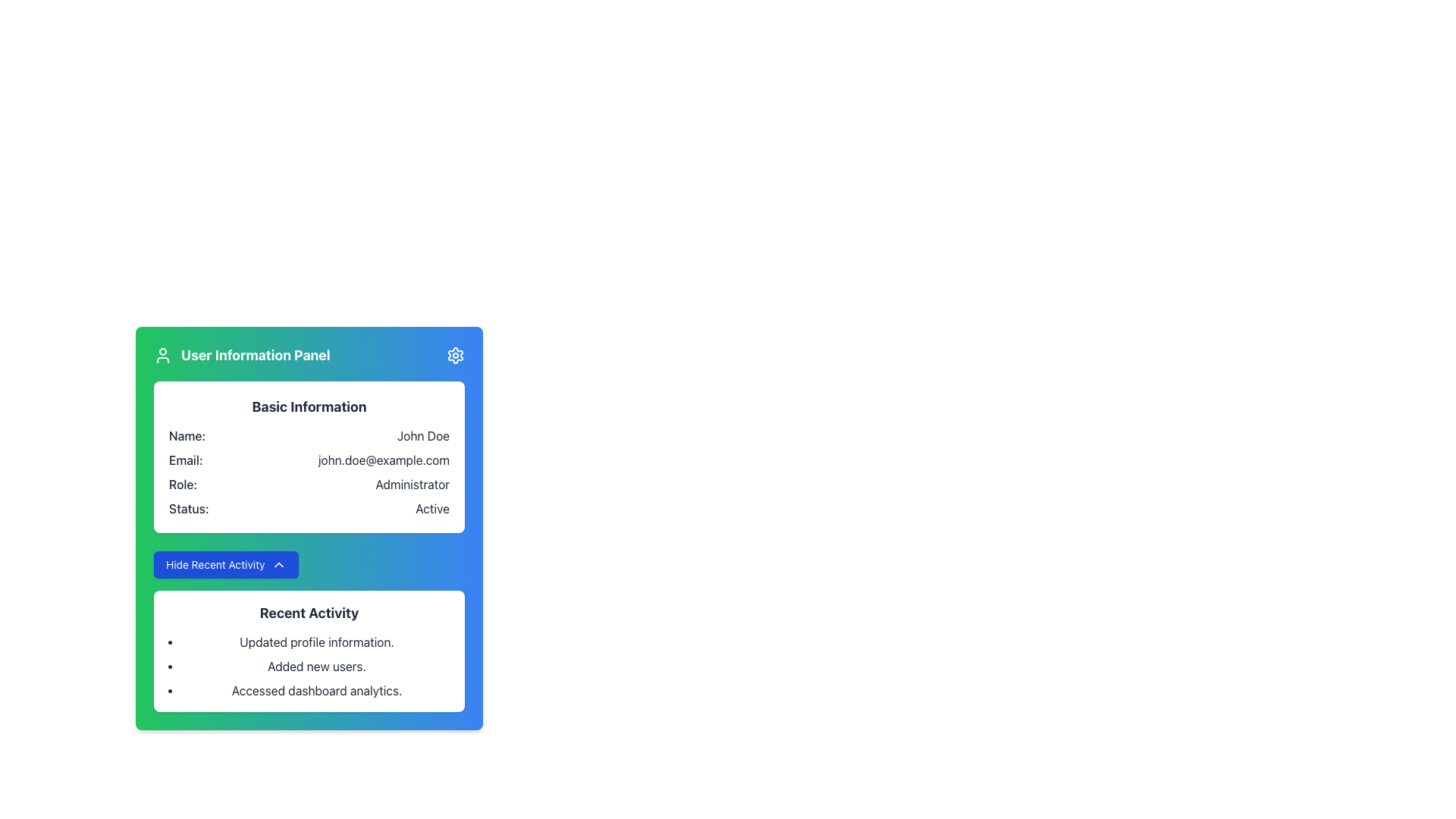 The height and width of the screenshot is (819, 1456). I want to click on the blue cogwheel-shaped icon in the top-right corner of the User Information Panel, so click(454, 356).